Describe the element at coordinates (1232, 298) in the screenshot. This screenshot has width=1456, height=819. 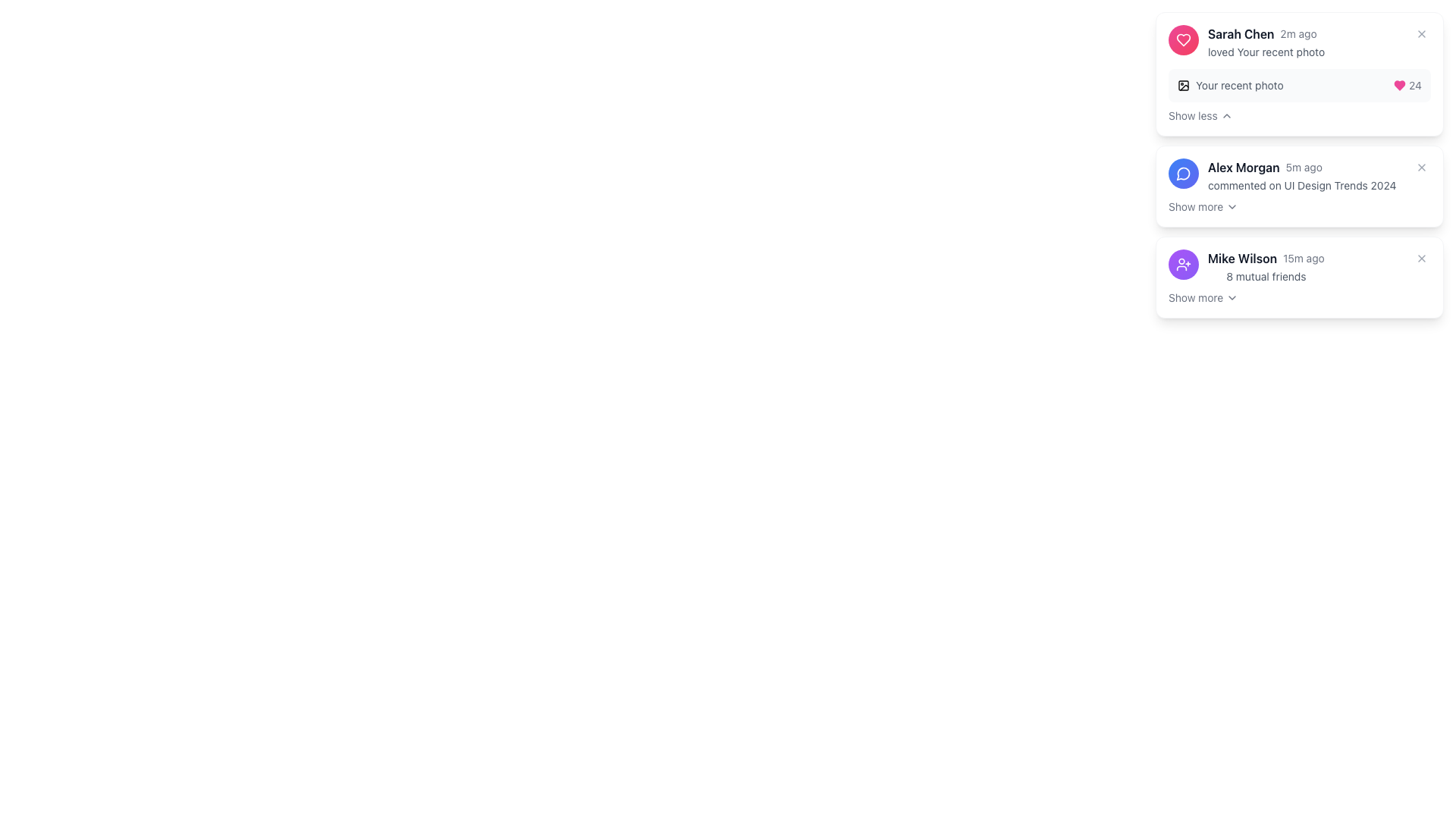
I see `the chevron icon located to the right of the 'Show more' text in the card titled 'Mike Wilson'` at that location.